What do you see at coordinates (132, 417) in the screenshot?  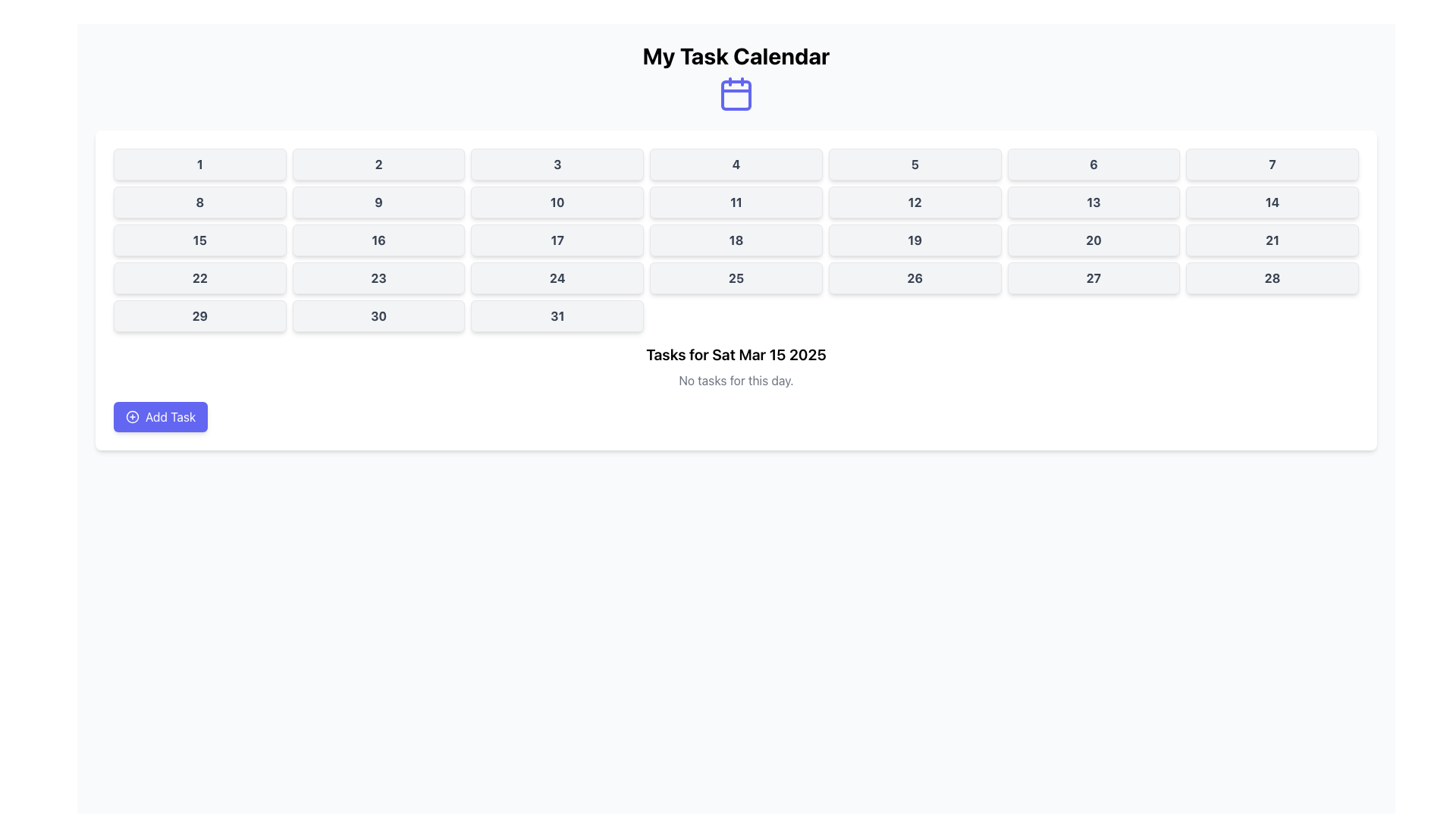 I see `the circular icon representing the 'Add Task' button, which features a plus symbol and is positioned to the left of the text label` at bounding box center [132, 417].